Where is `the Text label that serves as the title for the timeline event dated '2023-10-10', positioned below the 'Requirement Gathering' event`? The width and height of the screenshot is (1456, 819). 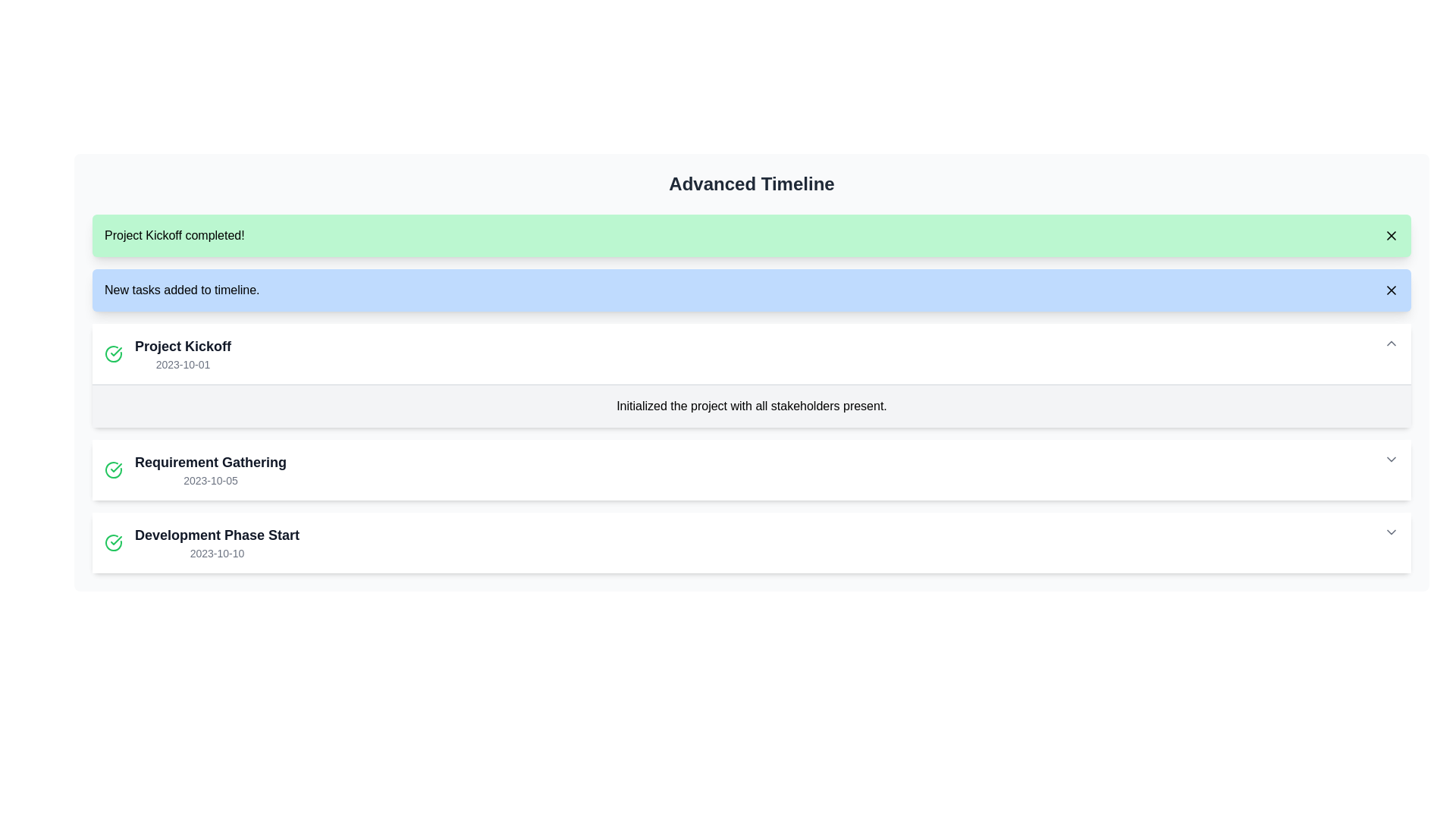 the Text label that serves as the title for the timeline event dated '2023-10-10', positioned below the 'Requirement Gathering' event is located at coordinates (216, 534).